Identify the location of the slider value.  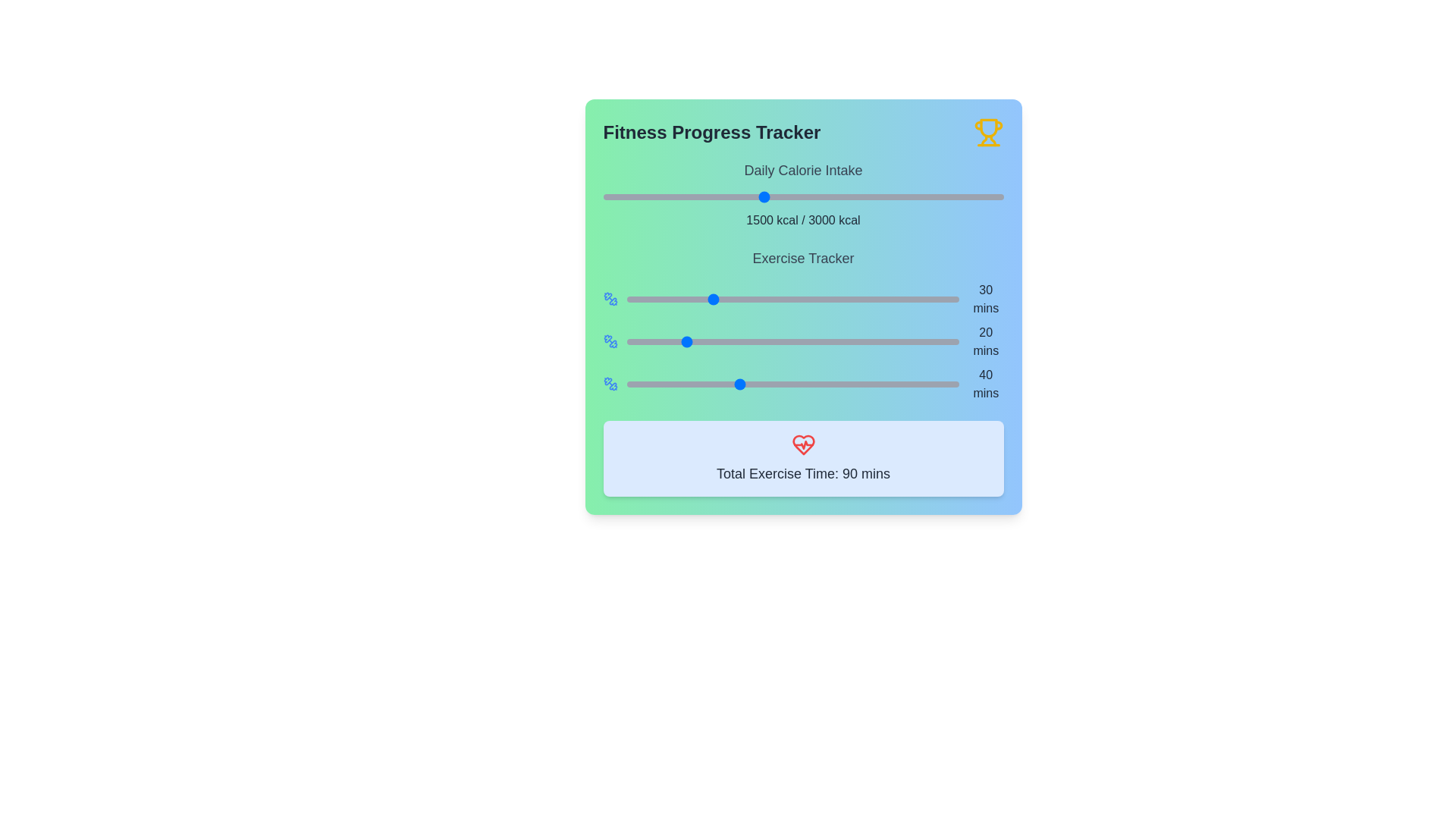
(701, 342).